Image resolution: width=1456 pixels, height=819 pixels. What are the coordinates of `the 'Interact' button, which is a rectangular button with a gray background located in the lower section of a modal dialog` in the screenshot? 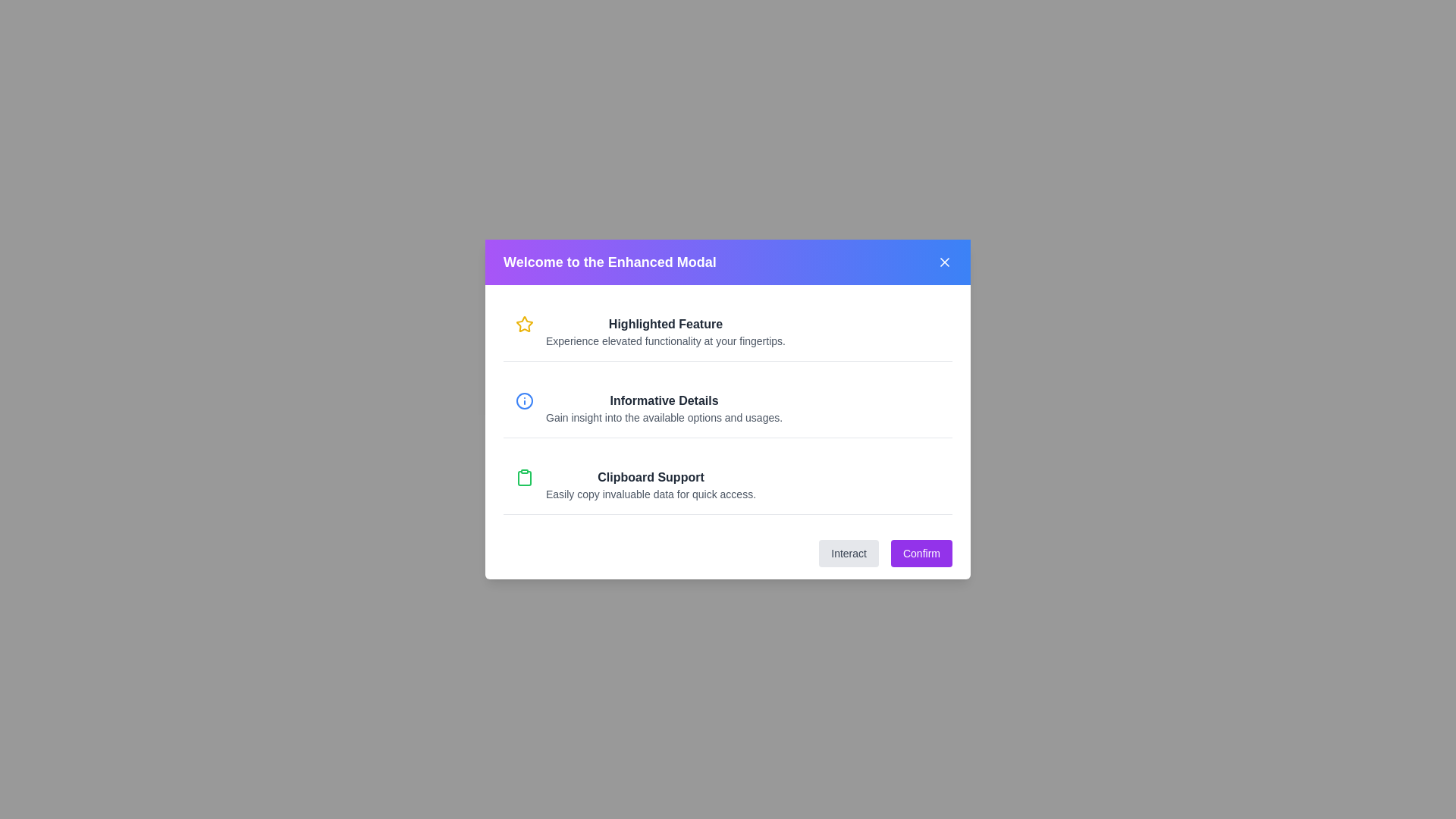 It's located at (848, 553).